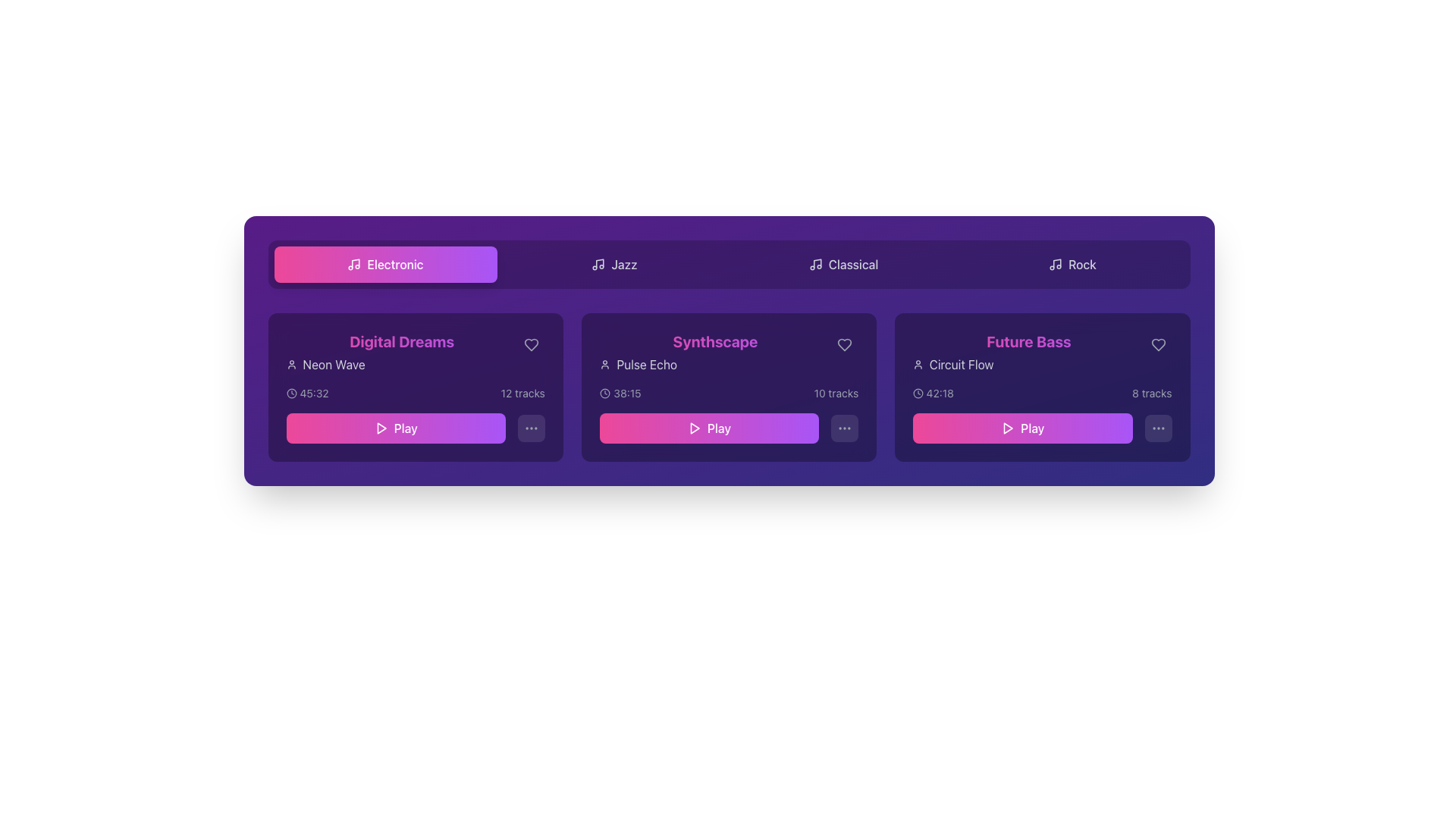  What do you see at coordinates (714, 353) in the screenshot?
I see `the title section of the content card, which is visually distinct and positioned at the top of the middle card in a three-card layout` at bounding box center [714, 353].